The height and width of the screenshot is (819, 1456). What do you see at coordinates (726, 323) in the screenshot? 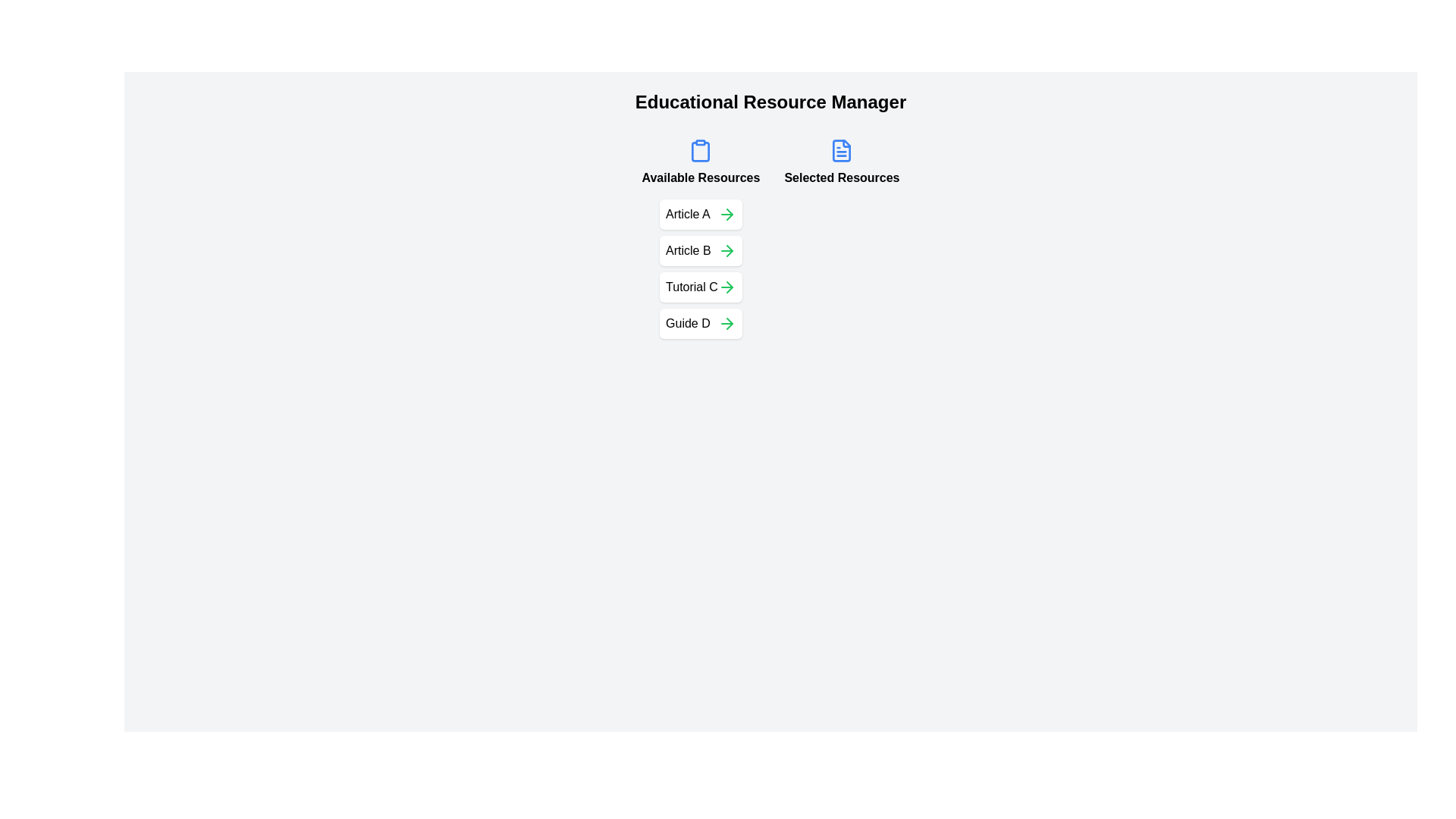
I see `the button to move the resource Guide D from 'Available Resources' to 'Selected Resources'` at bounding box center [726, 323].